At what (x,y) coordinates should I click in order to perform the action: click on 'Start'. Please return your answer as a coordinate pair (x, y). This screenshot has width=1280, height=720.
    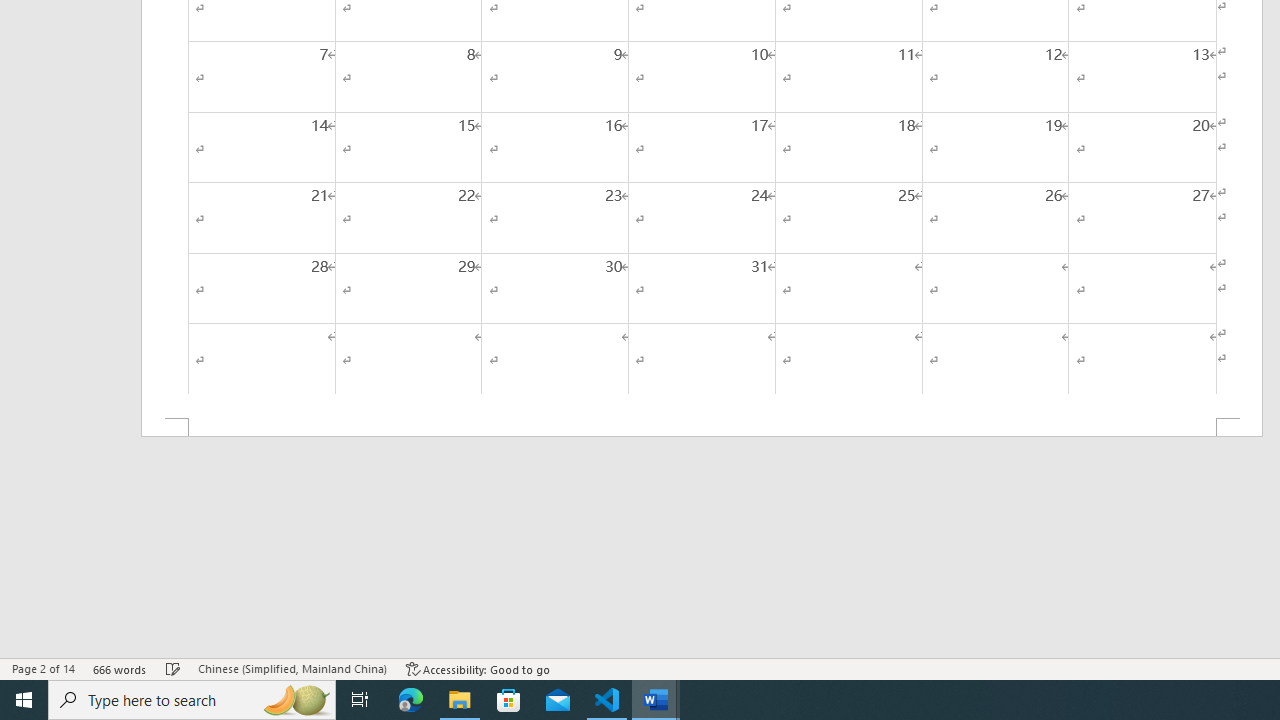
    Looking at the image, I should click on (24, 698).